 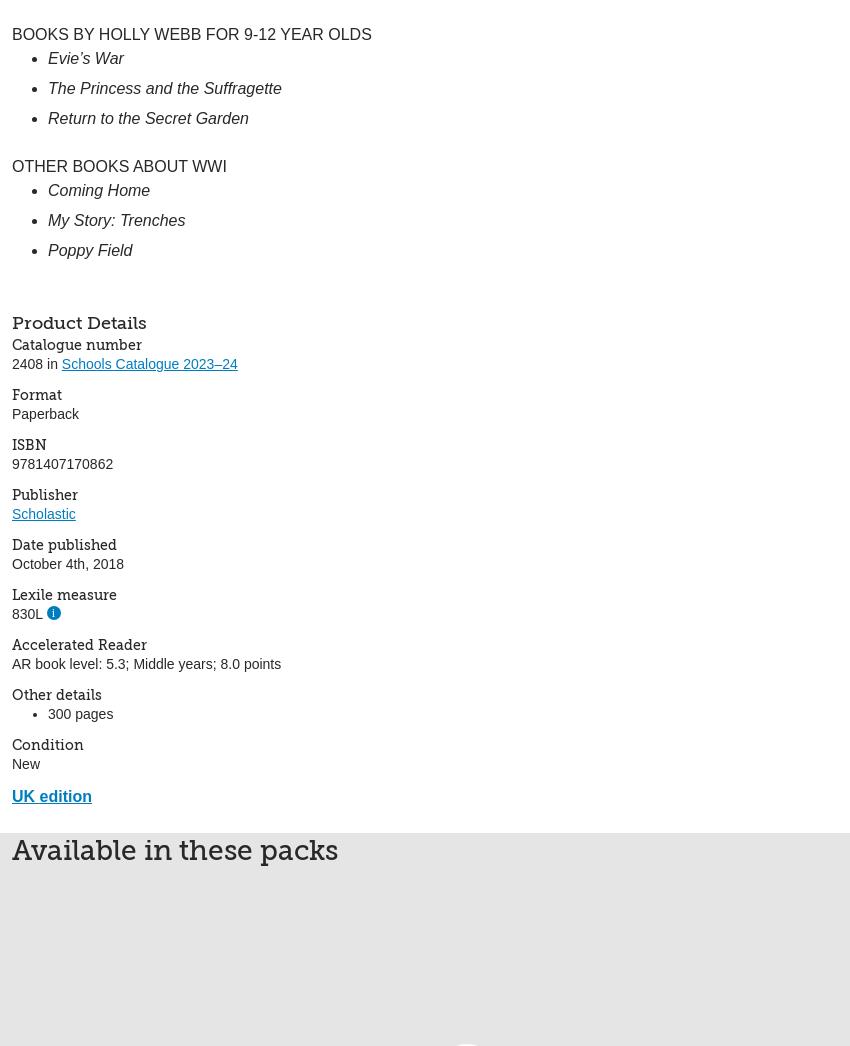 What do you see at coordinates (27, 612) in the screenshot?
I see `'830L'` at bounding box center [27, 612].